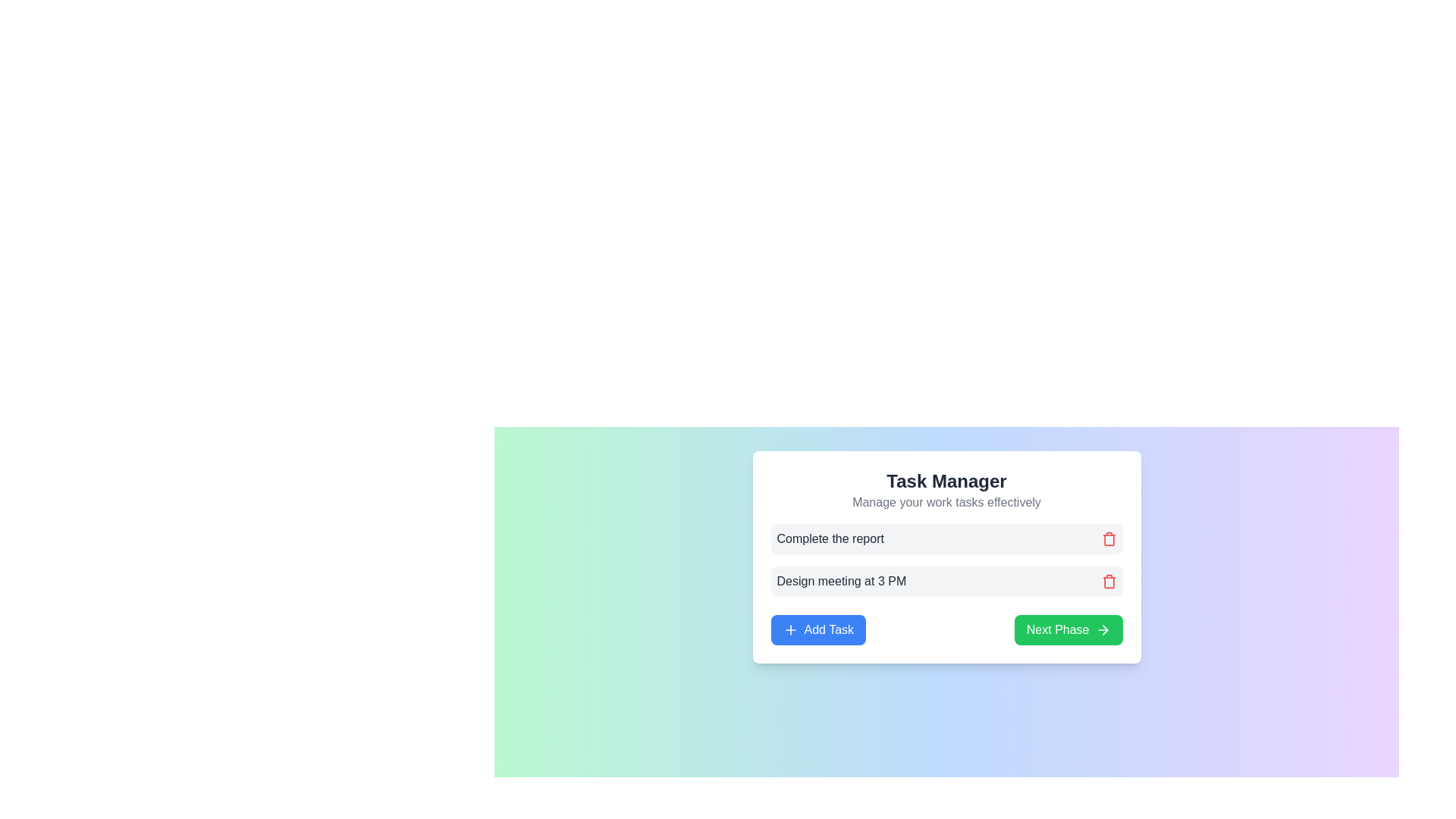 The width and height of the screenshot is (1456, 819). I want to click on the text 'Add Task' on the blue button, which has rounded corners and a '+' icon preceding it, so click(828, 629).